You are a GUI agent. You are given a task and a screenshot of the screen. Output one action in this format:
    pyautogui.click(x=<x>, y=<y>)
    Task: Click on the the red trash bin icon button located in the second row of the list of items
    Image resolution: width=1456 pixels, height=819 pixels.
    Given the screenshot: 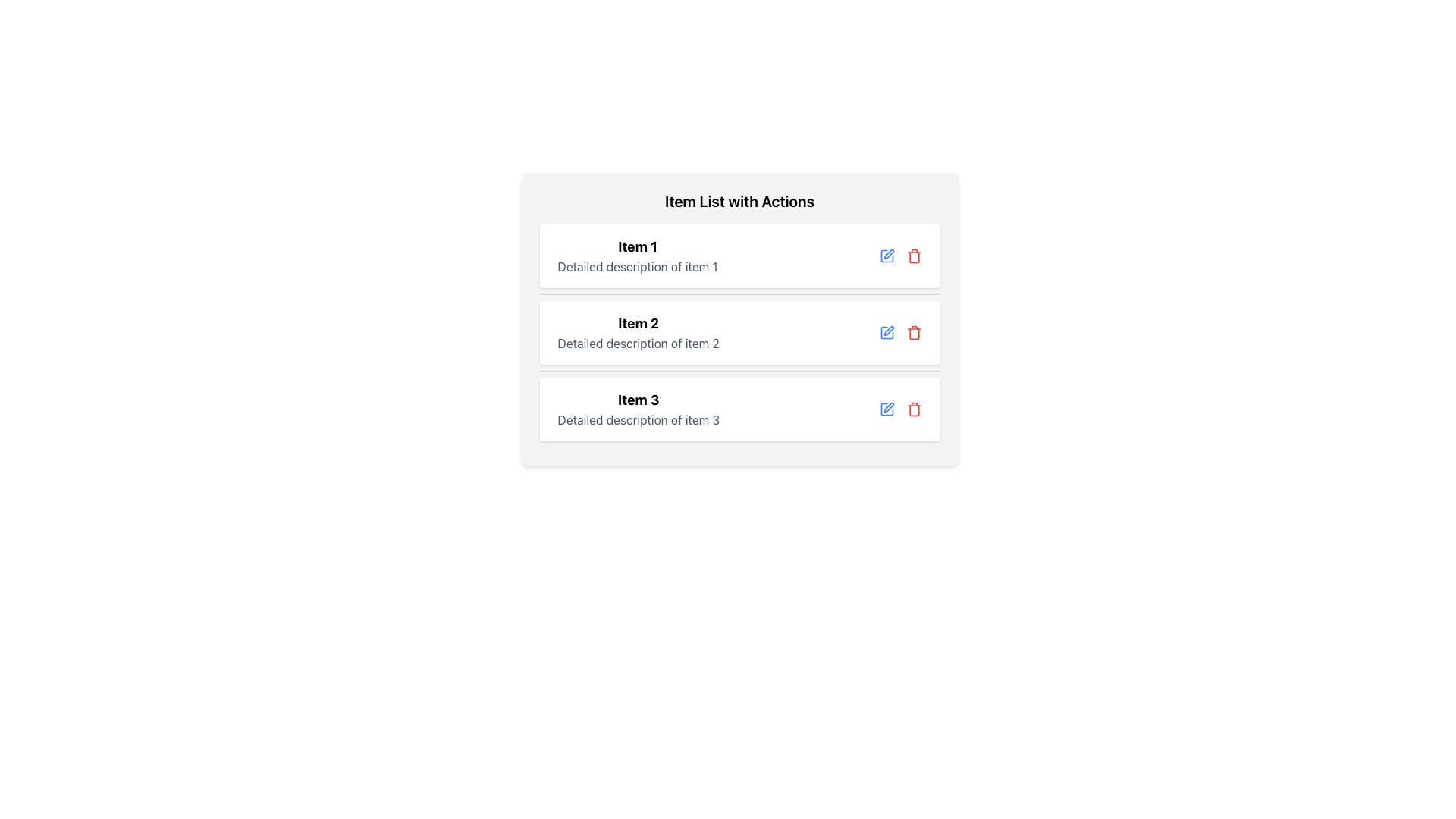 What is the action you would take?
    pyautogui.click(x=913, y=332)
    